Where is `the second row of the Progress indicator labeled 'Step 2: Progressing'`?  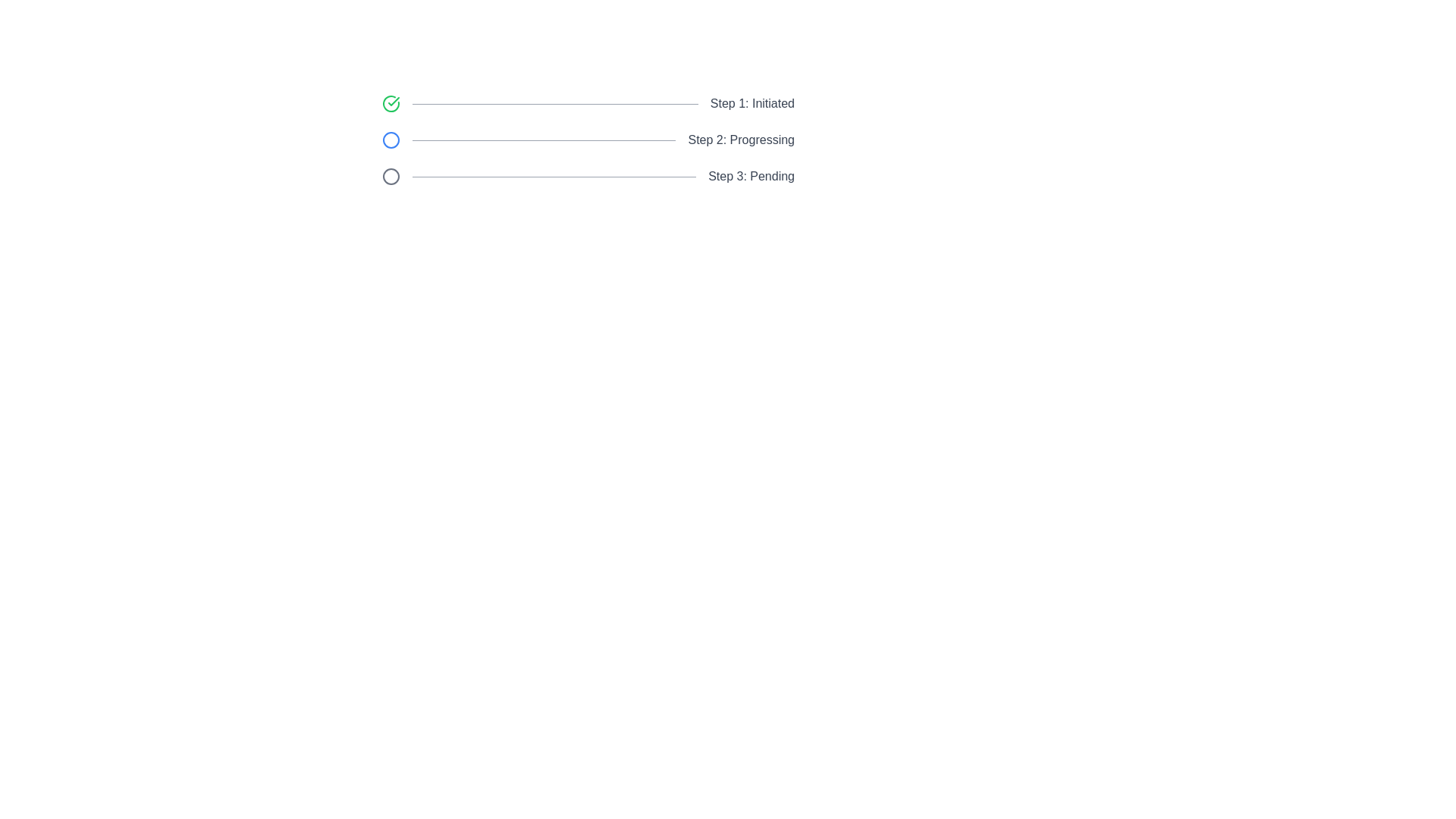 the second row of the Progress indicator labeled 'Step 2: Progressing' is located at coordinates (588, 140).